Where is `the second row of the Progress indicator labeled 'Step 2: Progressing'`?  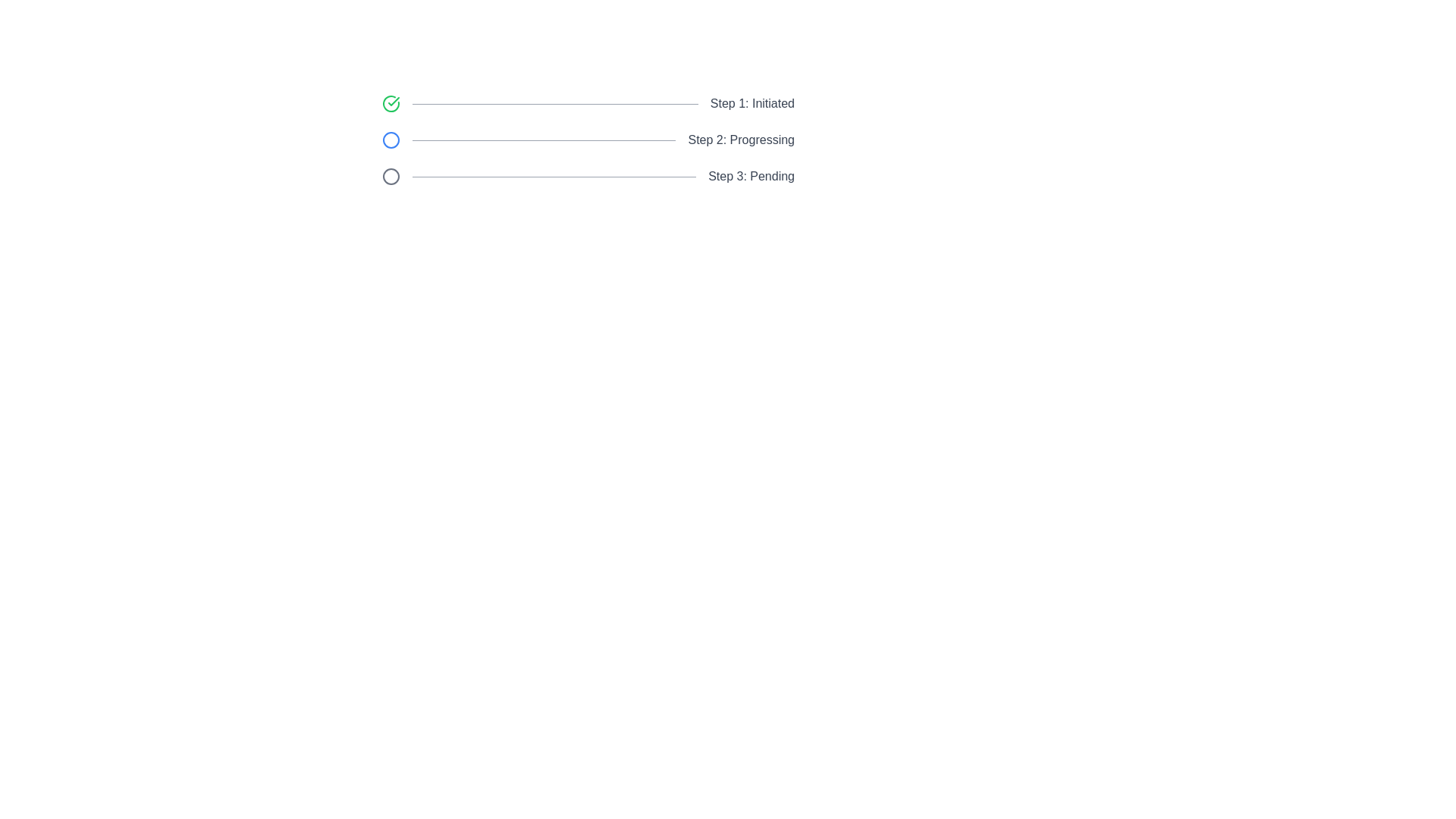 the second row of the Progress indicator labeled 'Step 2: Progressing' is located at coordinates (588, 140).